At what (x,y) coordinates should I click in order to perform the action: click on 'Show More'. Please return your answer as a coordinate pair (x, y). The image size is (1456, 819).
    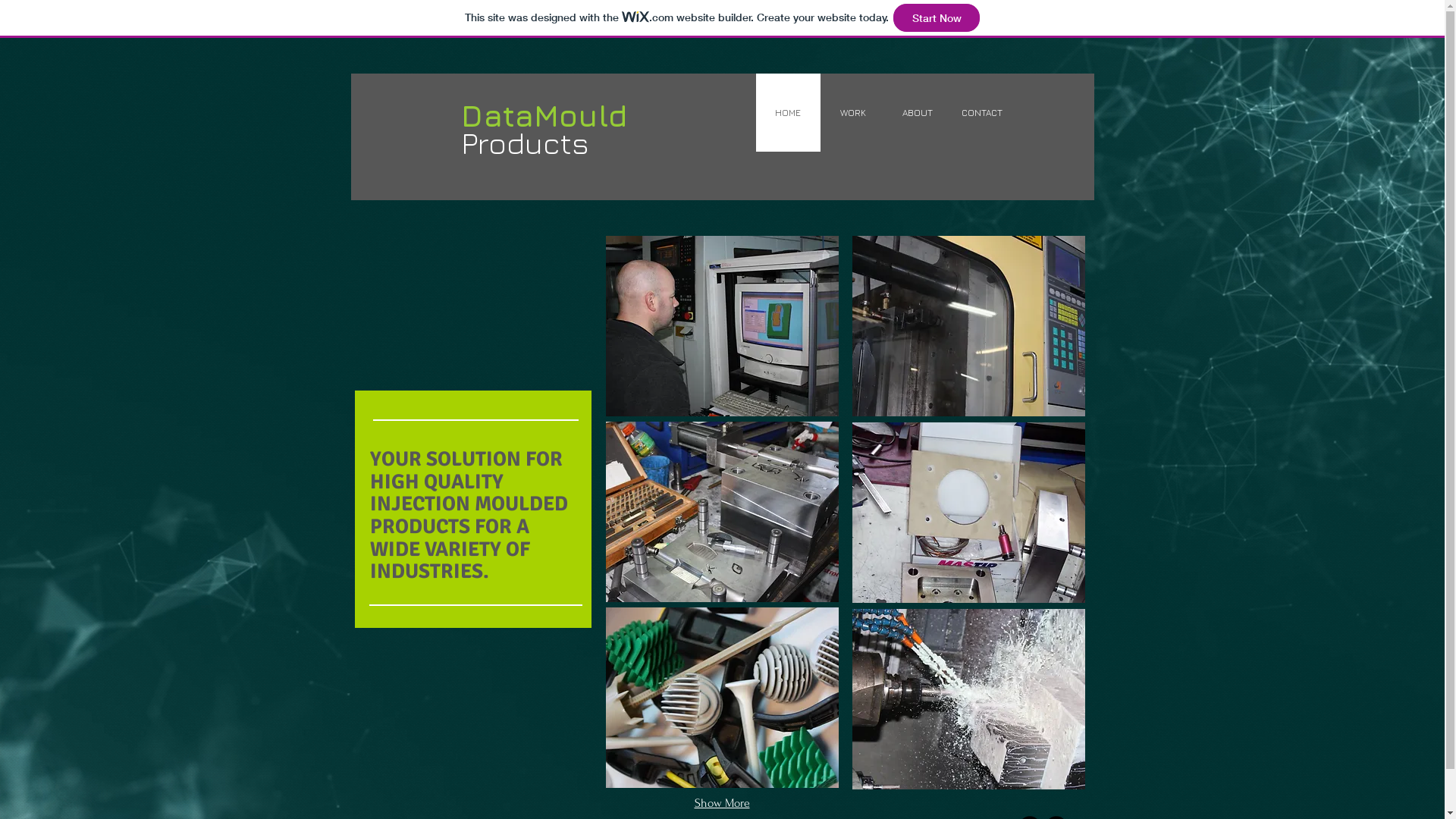
    Looking at the image, I should click on (721, 802).